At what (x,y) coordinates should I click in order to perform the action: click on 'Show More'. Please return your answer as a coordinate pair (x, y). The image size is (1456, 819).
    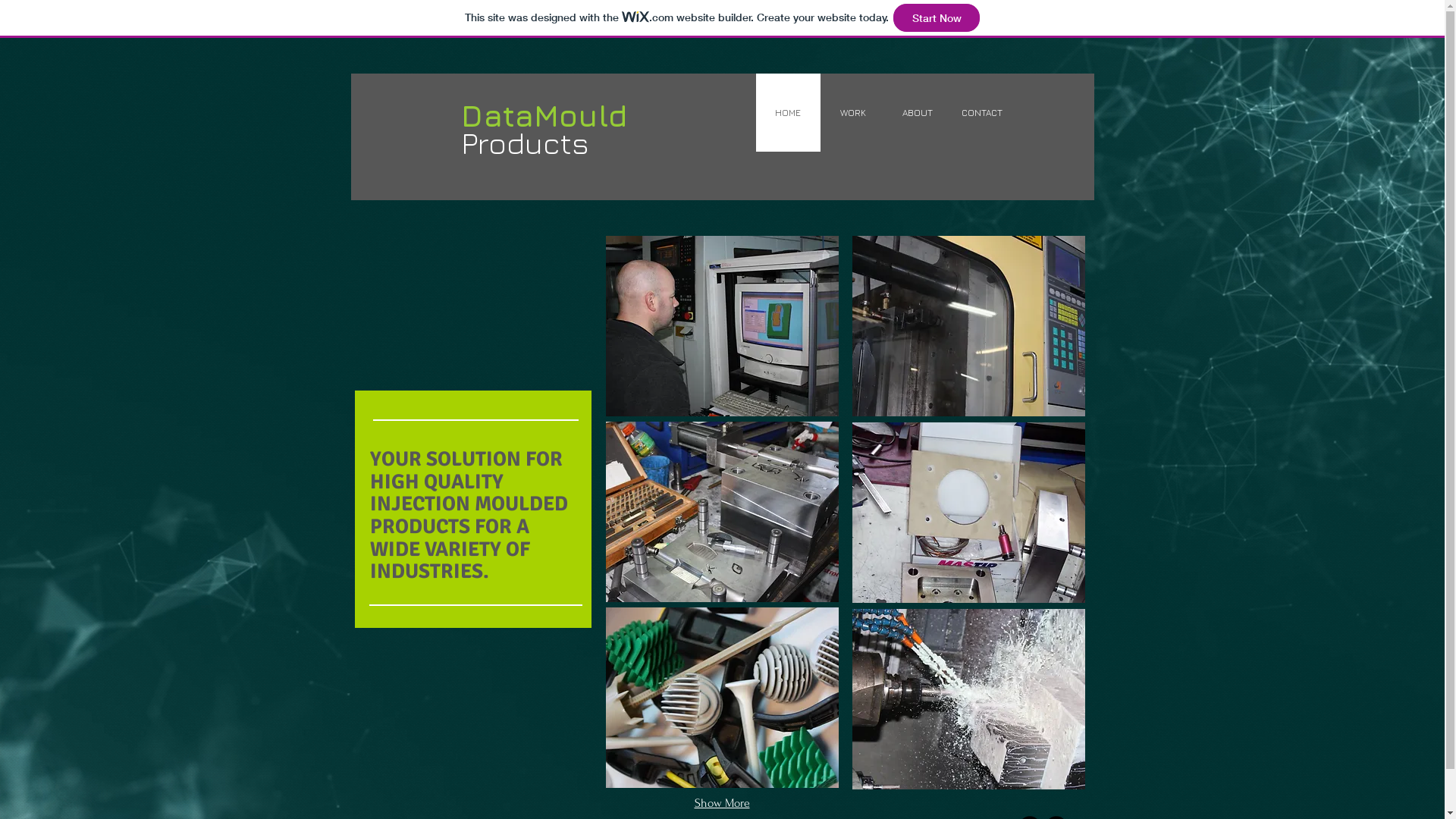
    Looking at the image, I should click on (721, 802).